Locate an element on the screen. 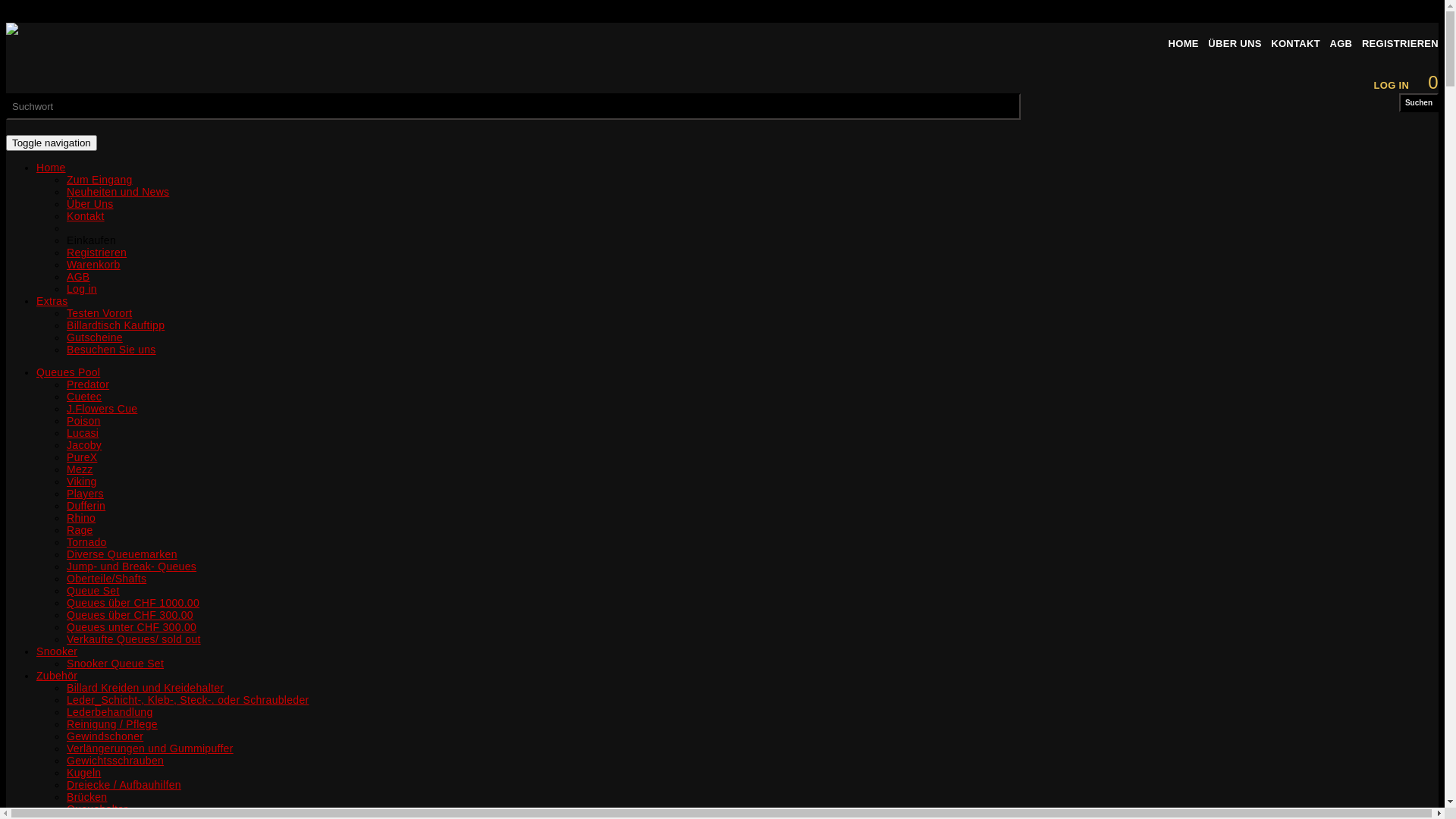 This screenshot has width=1456, height=819. 'Reinigung / Pflege' is located at coordinates (111, 723).